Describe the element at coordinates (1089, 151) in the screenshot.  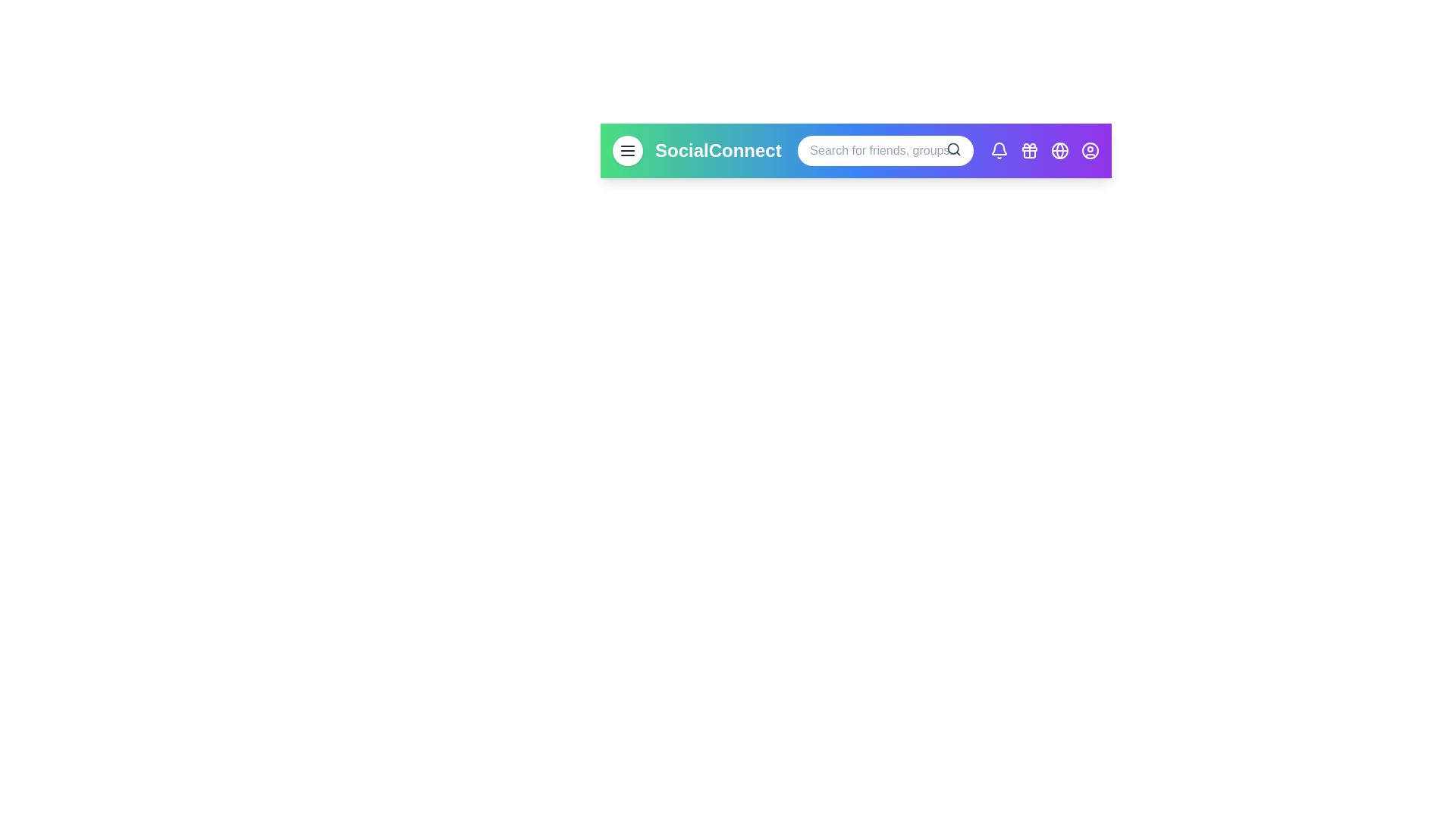
I see `the user profile button in the navigation bar` at that location.